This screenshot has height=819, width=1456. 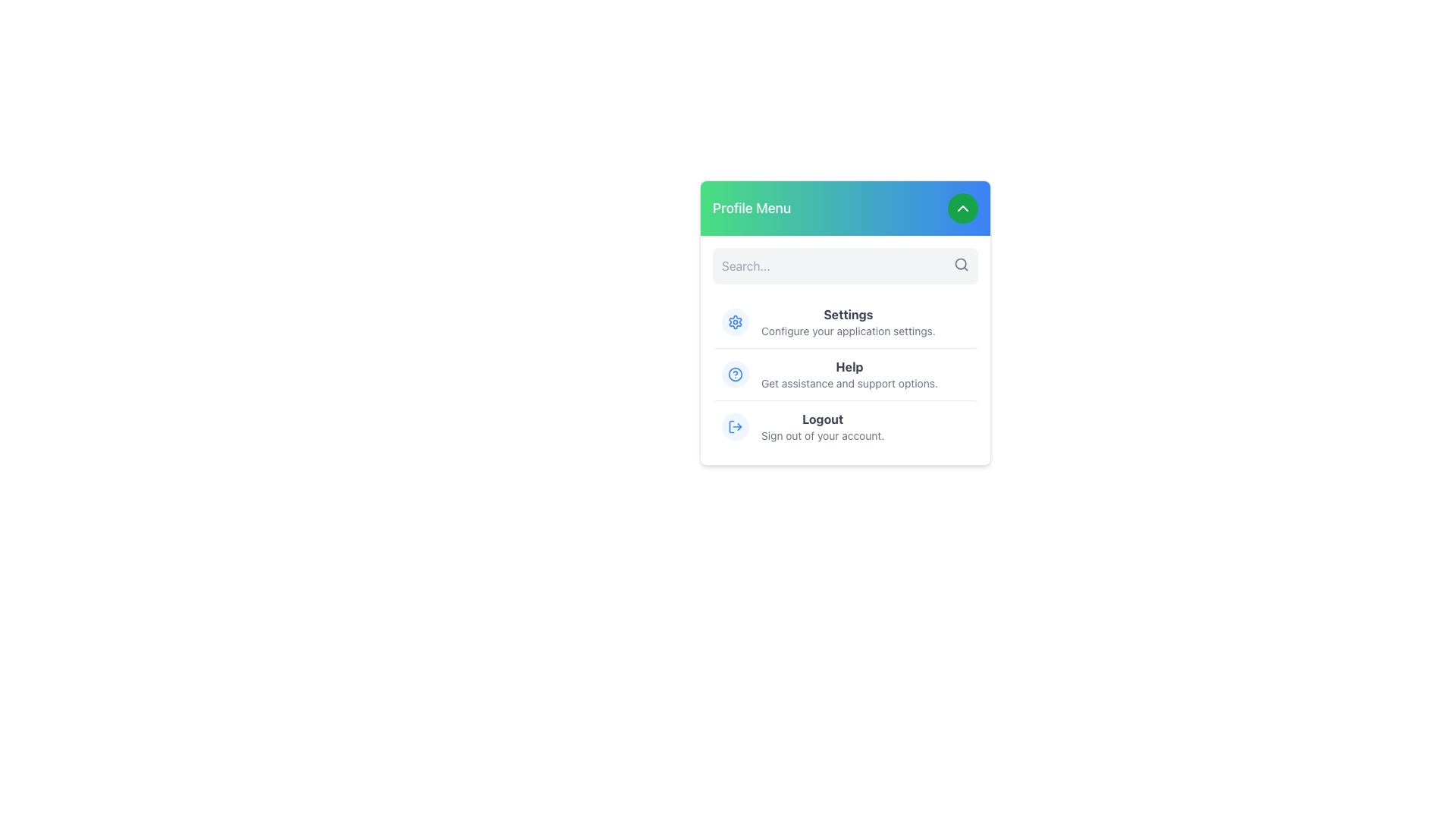 I want to click on the visual design of the 'Settings' icon, which is the first item in the vertical profile menu list, located to the left of the 'Settings' text, so click(x=735, y=321).